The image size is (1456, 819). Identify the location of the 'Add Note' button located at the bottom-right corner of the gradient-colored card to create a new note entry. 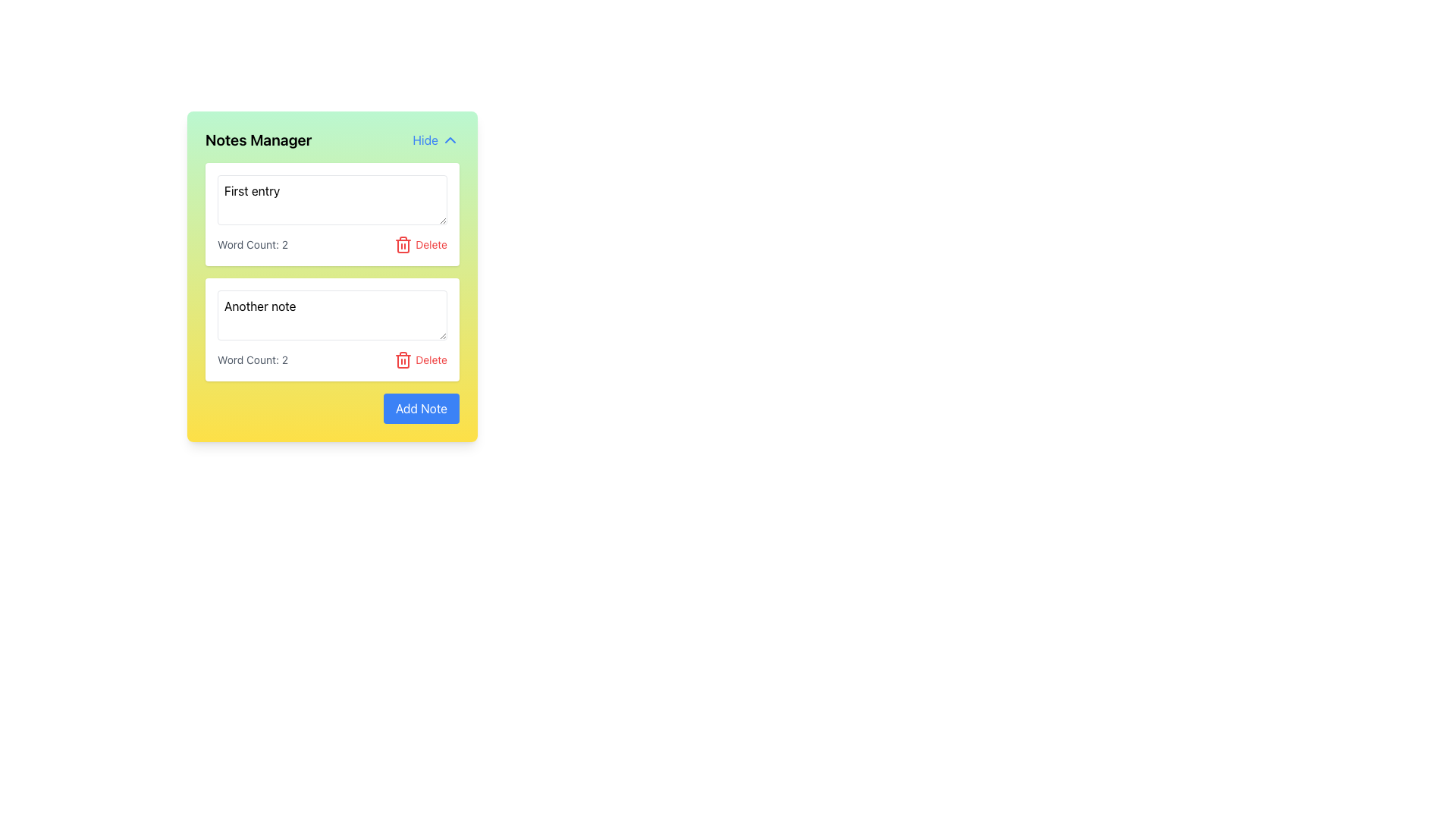
(421, 408).